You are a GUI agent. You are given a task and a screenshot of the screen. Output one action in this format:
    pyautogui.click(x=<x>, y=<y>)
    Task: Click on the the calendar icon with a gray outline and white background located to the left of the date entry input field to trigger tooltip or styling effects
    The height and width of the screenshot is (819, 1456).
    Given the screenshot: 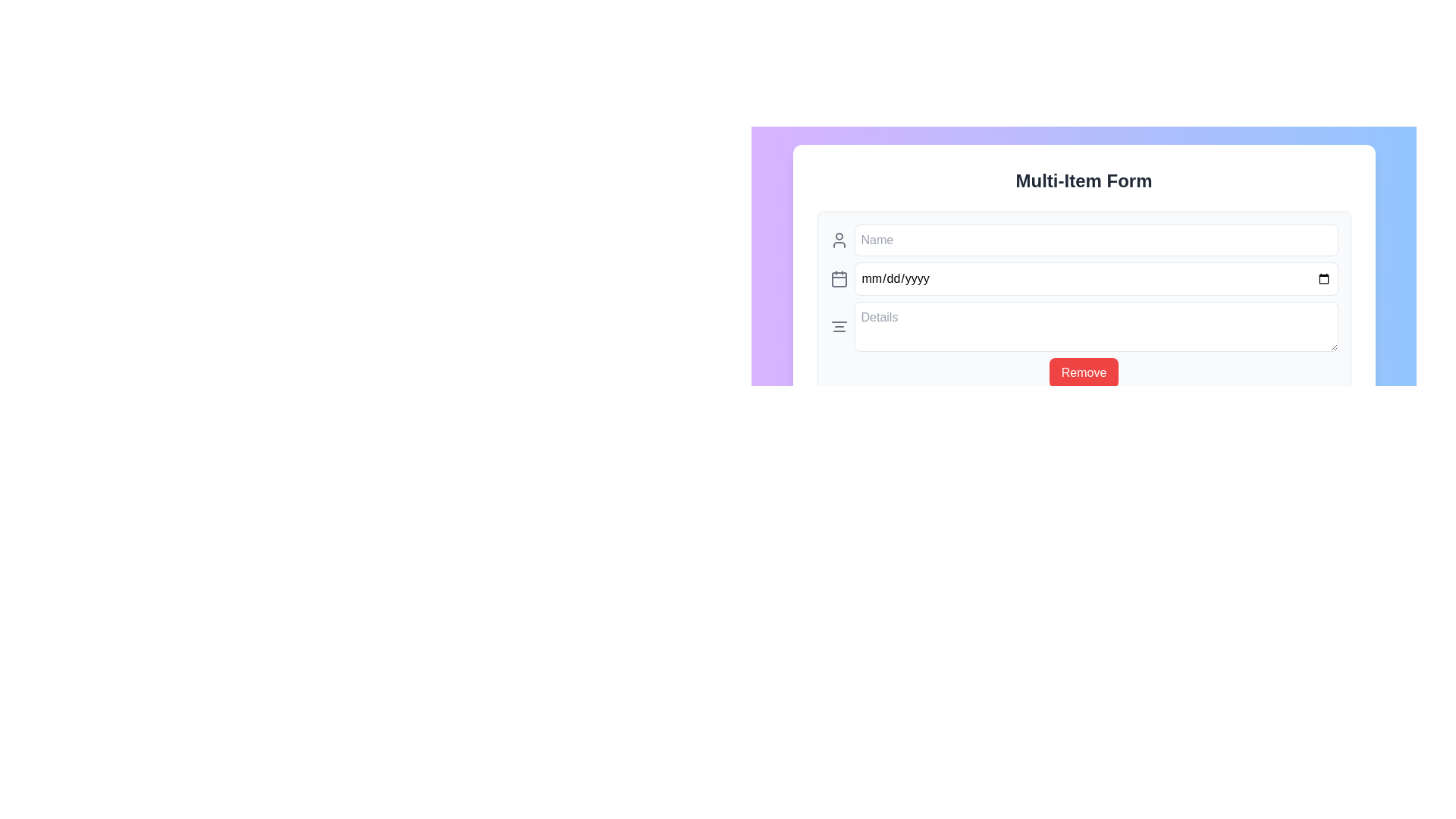 What is the action you would take?
    pyautogui.click(x=838, y=278)
    